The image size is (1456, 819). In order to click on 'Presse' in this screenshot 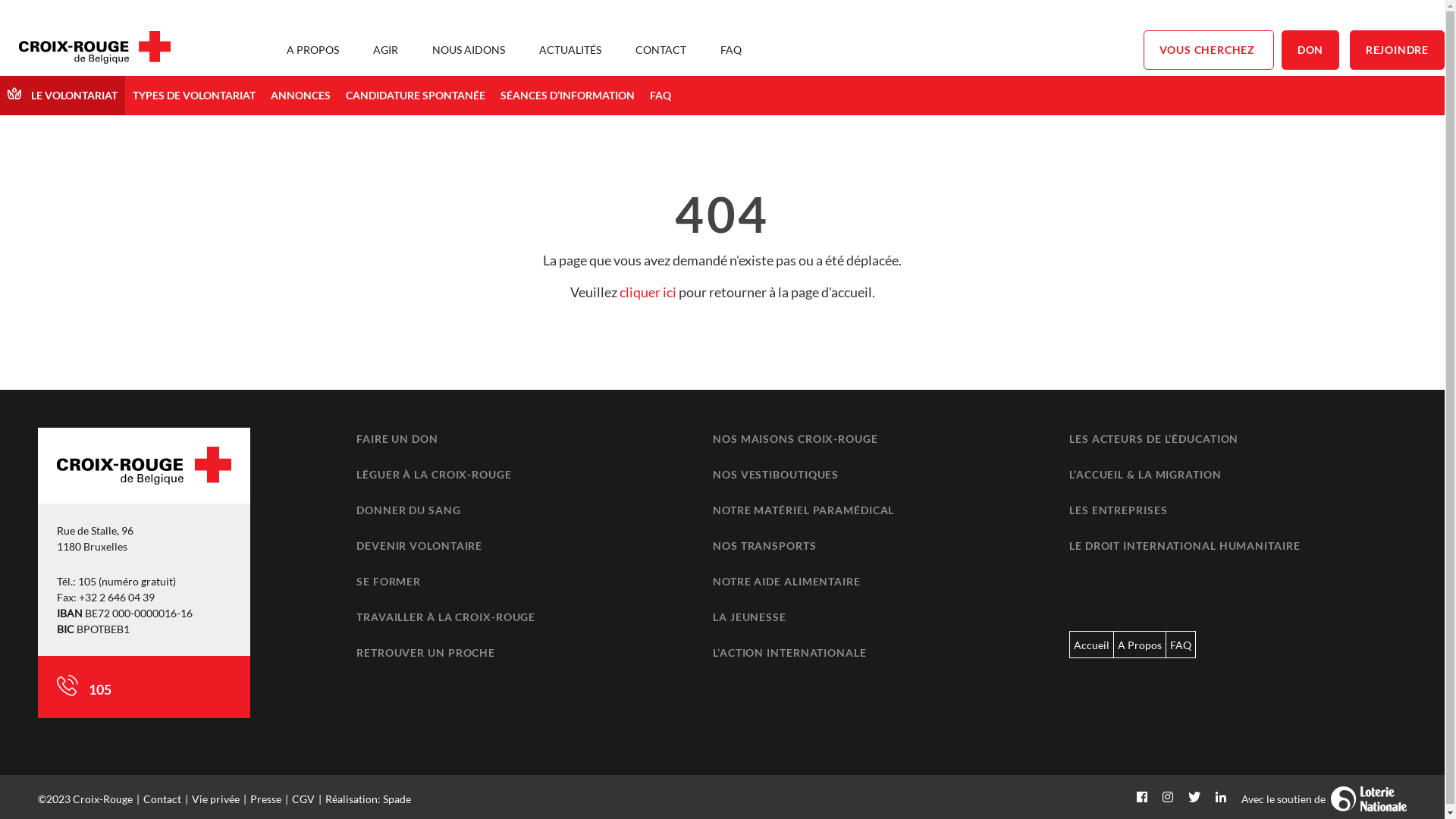, I will do `click(265, 798)`.